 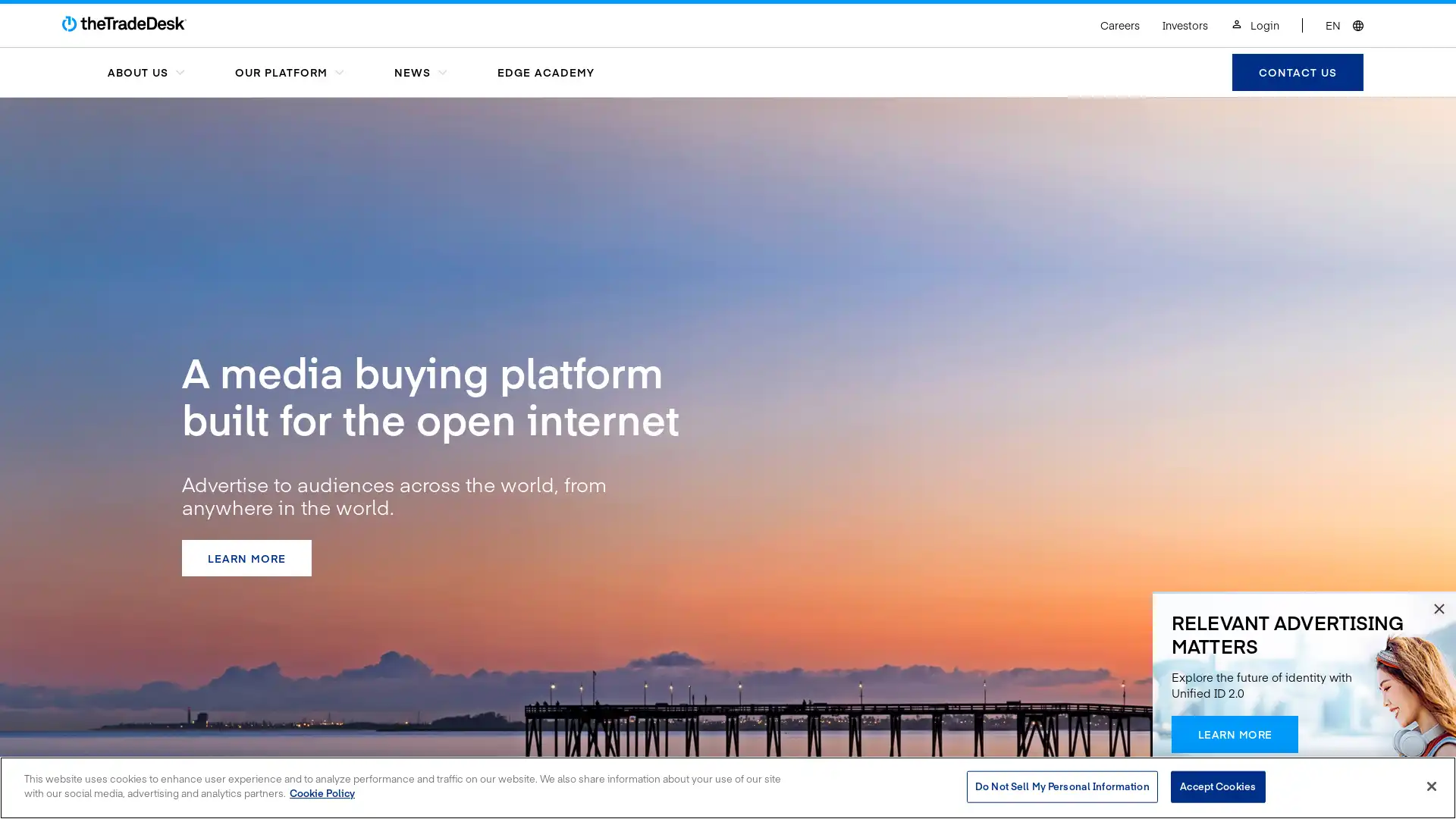 I want to click on Accept Cookies, so click(x=1217, y=786).